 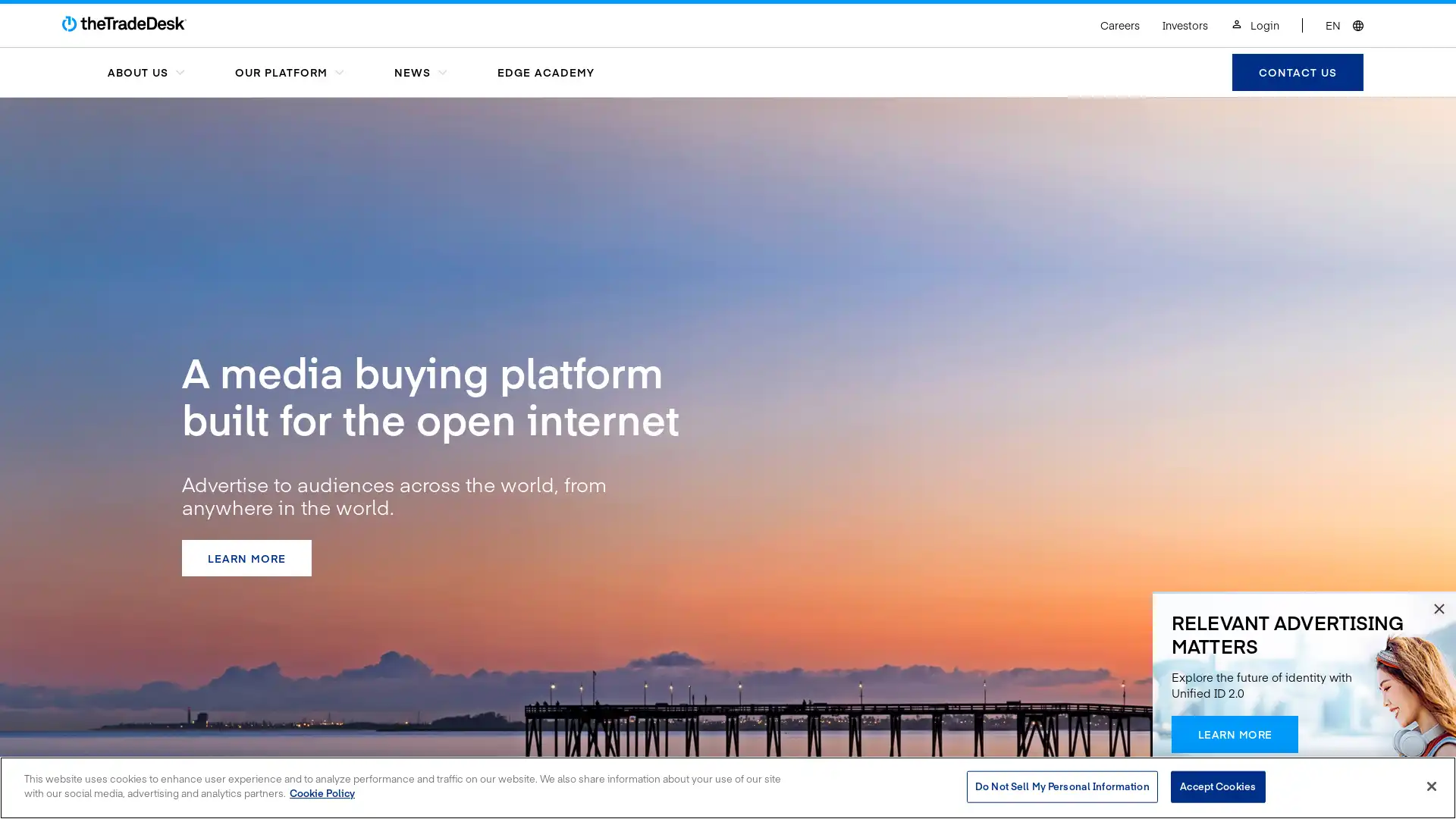 I want to click on Accept Cookies, so click(x=1217, y=786).